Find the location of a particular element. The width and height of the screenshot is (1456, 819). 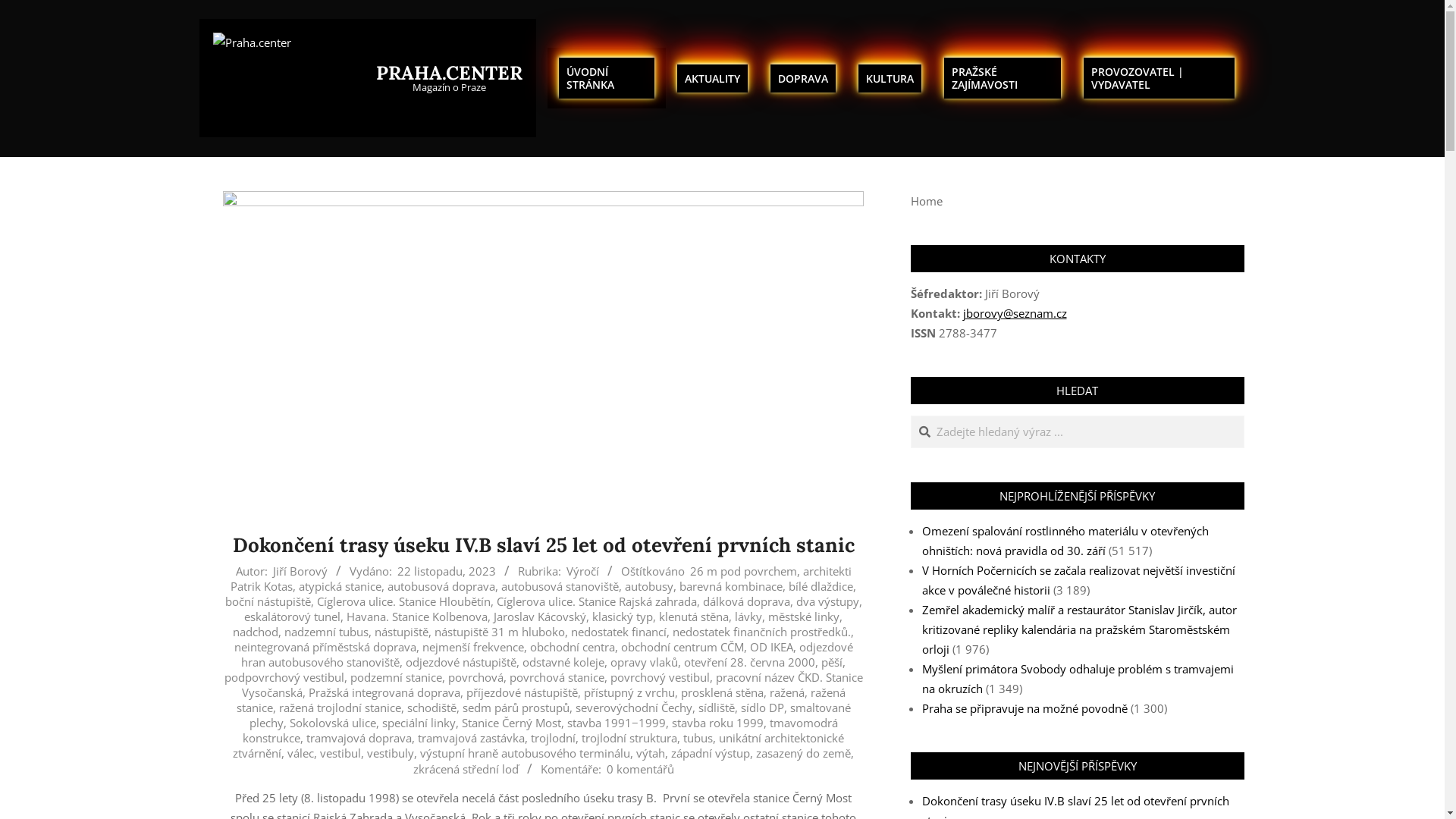

'vestibuly' is located at coordinates (390, 752).